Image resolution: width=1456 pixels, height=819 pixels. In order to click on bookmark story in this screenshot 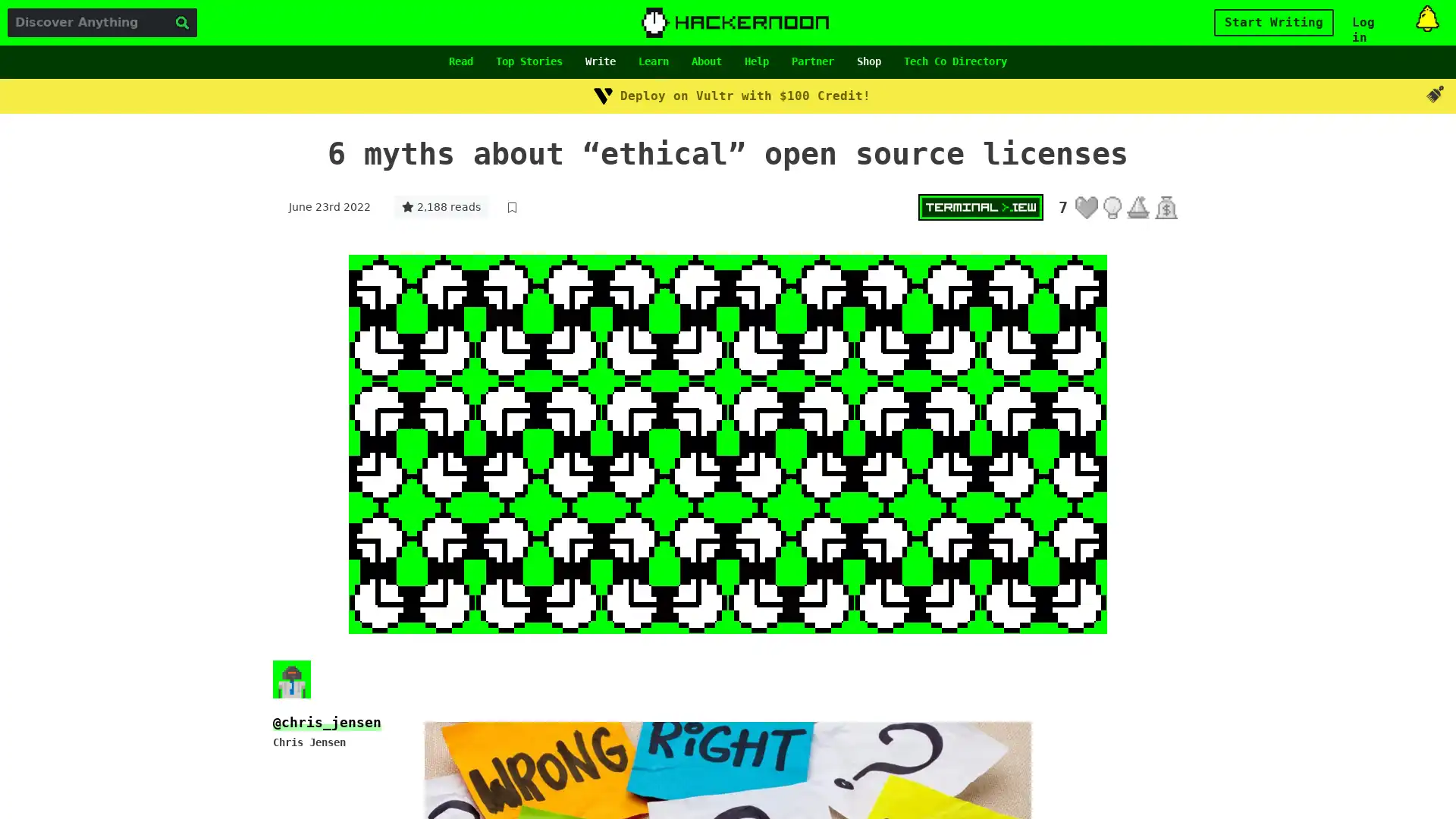, I will do `click(512, 207)`.